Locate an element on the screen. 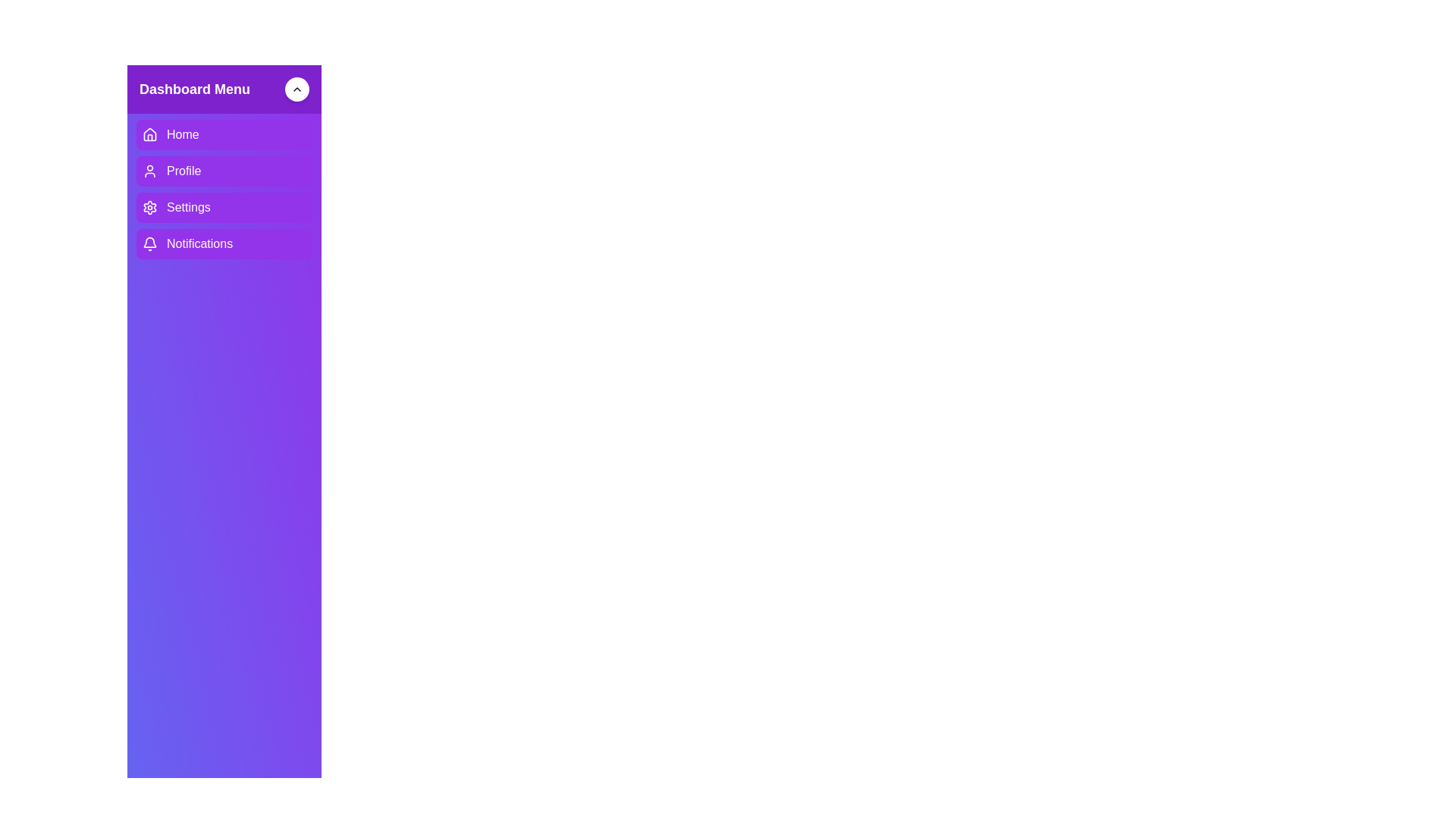  the user profile icon located within the 'Profile' menu item of the vertical navigation bar is located at coordinates (149, 171).